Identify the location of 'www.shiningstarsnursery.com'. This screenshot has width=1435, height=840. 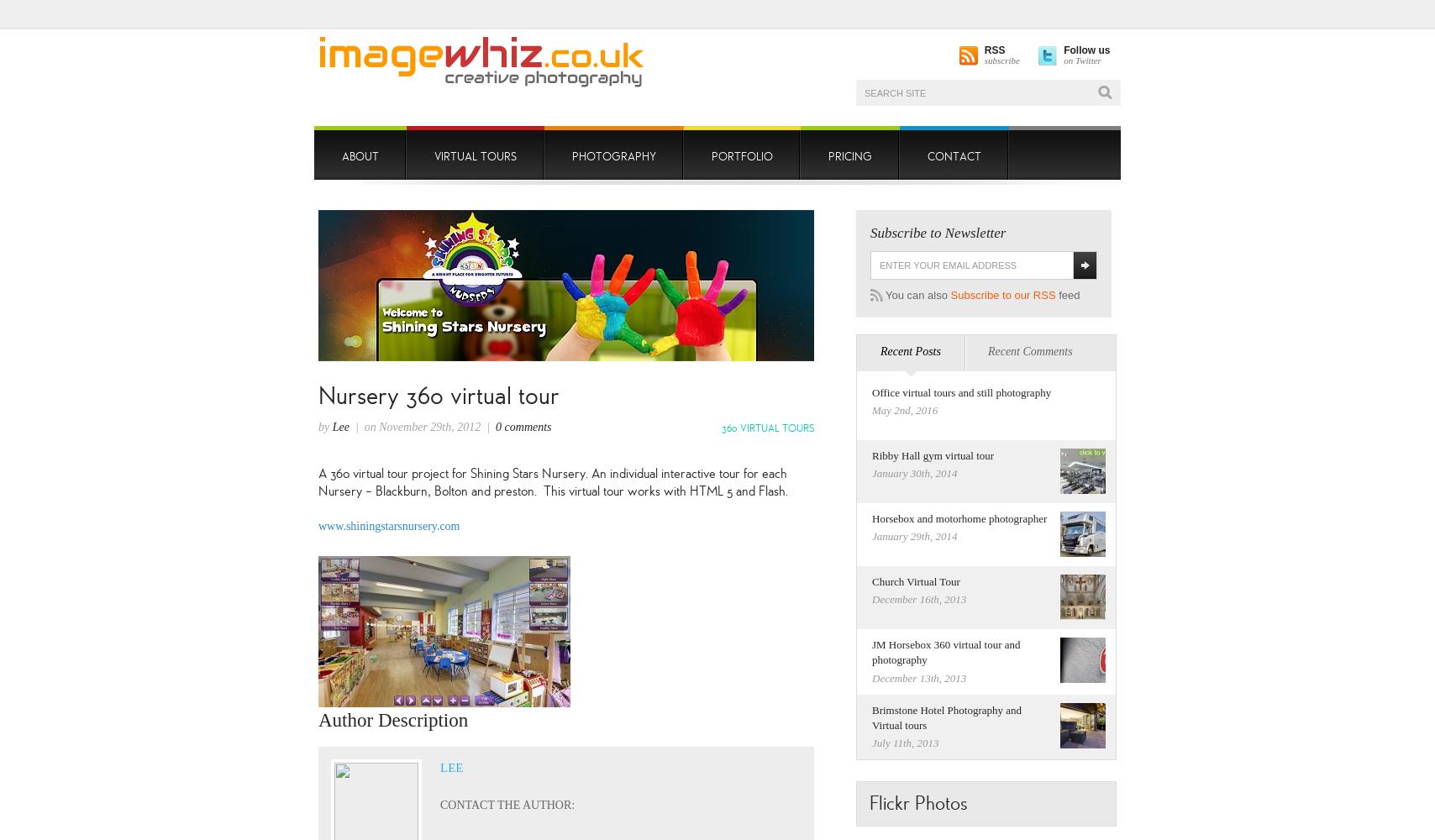
(389, 525).